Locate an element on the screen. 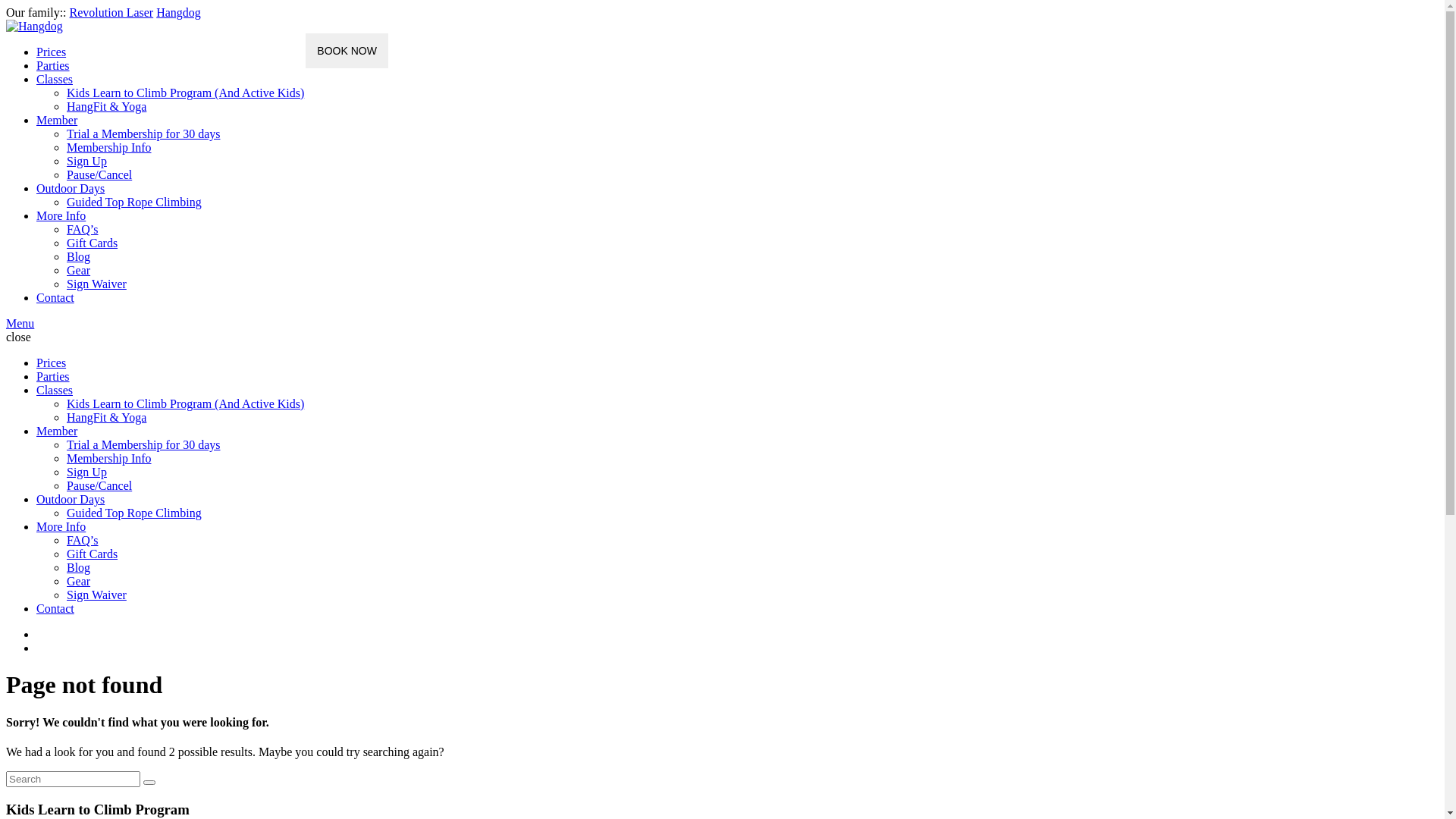 This screenshot has height=819, width=1456. 'Revolution Laser' is located at coordinates (111, 12).